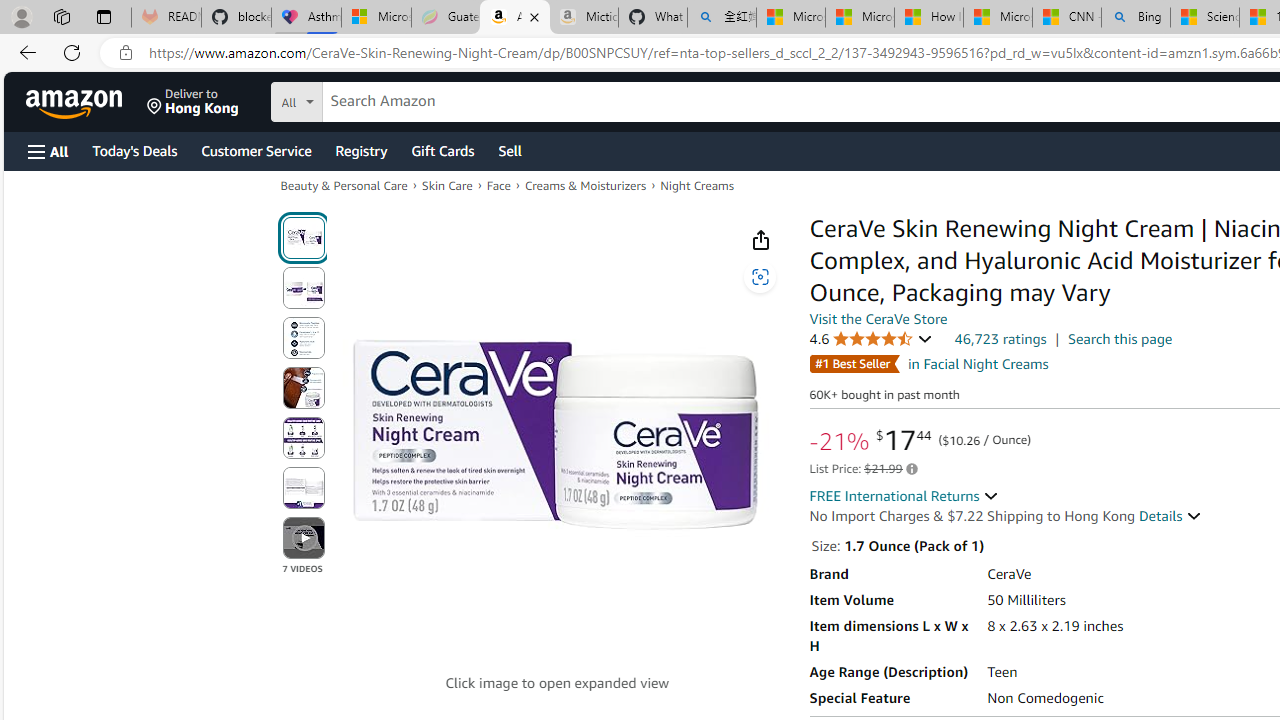 The image size is (1280, 720). Describe the element at coordinates (344, 185) in the screenshot. I see `'Beauty & Personal Care'` at that location.